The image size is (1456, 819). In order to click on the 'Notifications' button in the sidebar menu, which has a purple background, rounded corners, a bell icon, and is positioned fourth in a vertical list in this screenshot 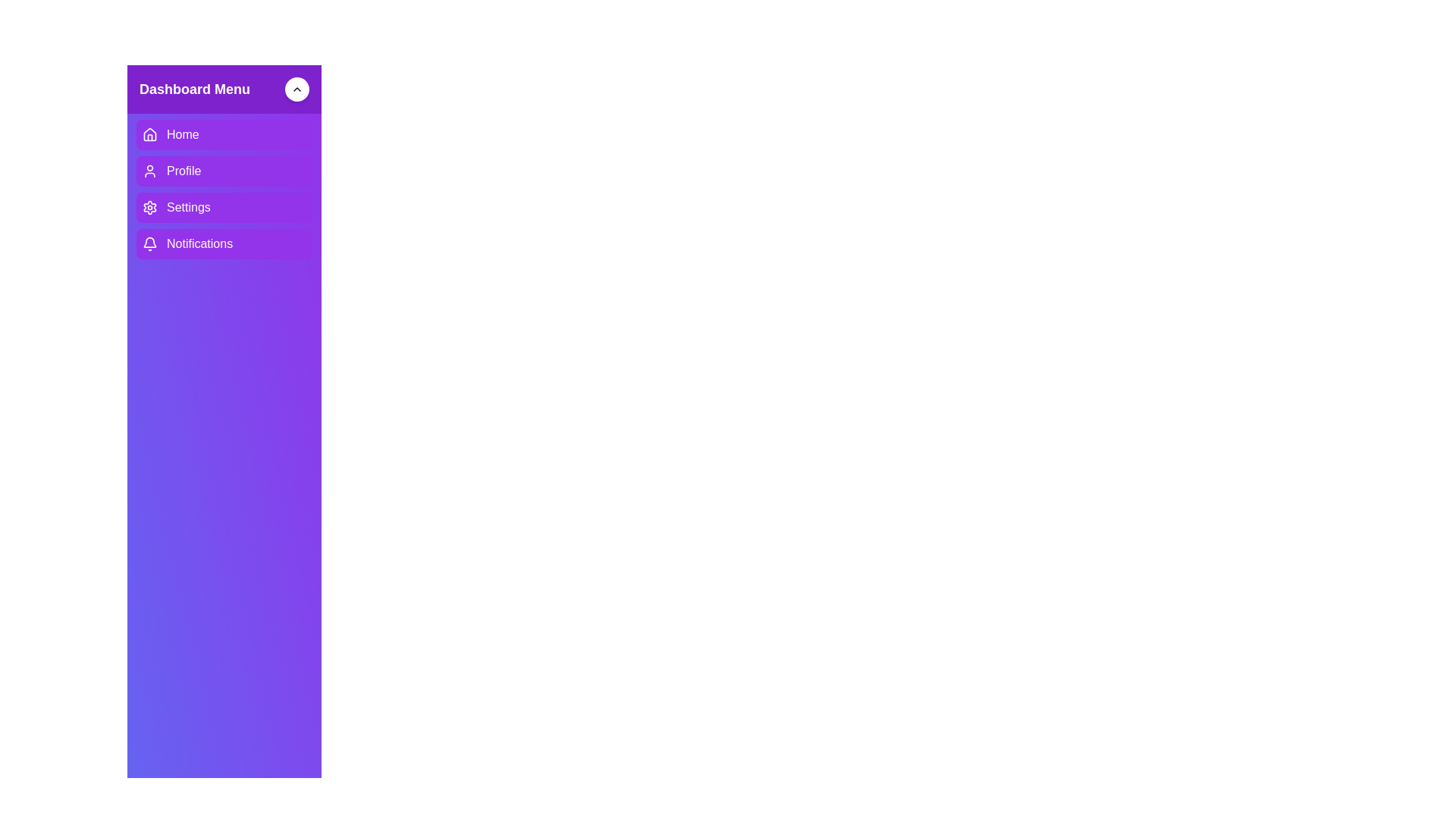, I will do `click(224, 243)`.